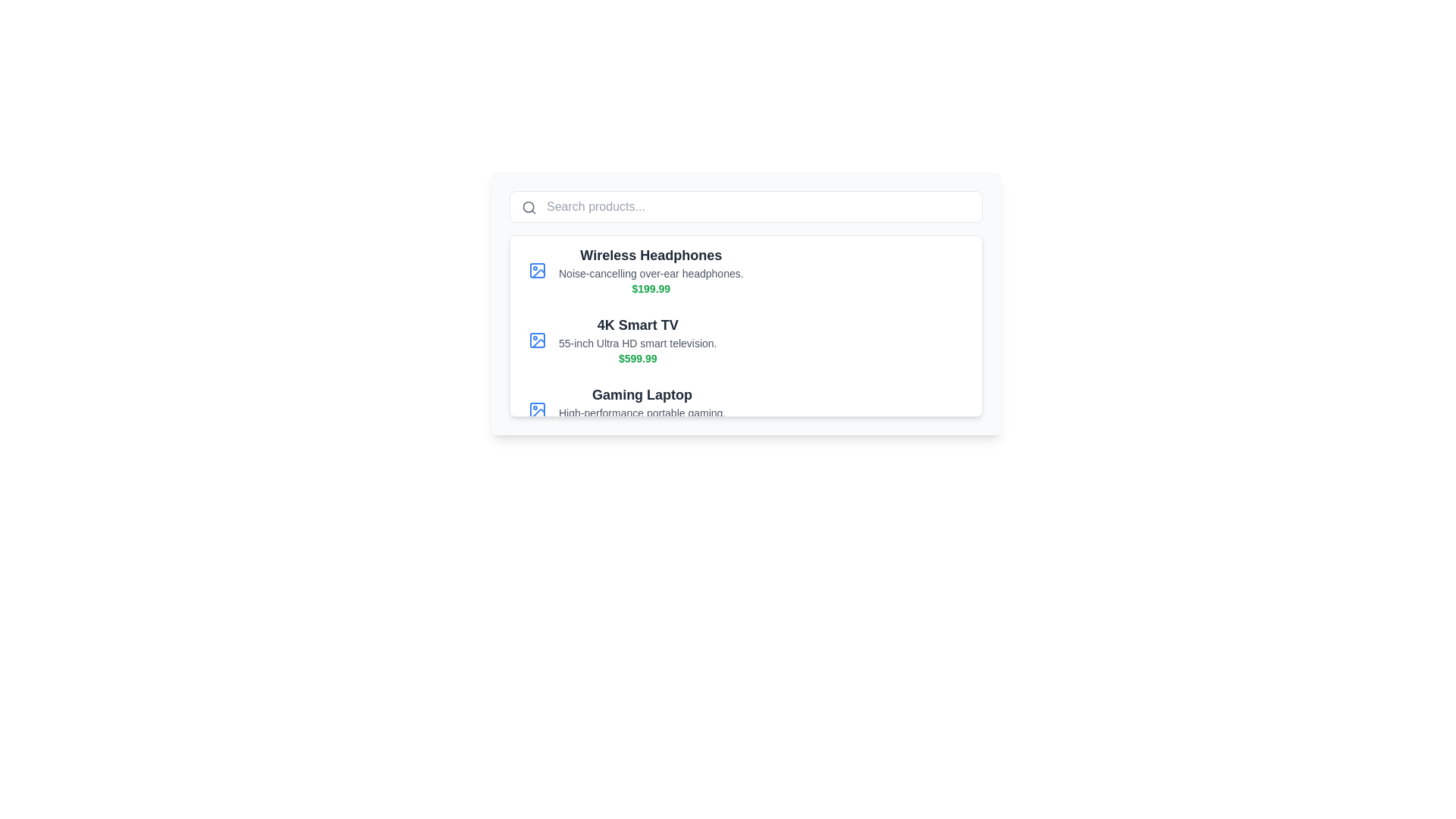 The width and height of the screenshot is (1456, 819). I want to click on text of the 'Gaming Laptop' title label located in the third product card, centered beneath the product image and above the description and price labels, so click(642, 394).